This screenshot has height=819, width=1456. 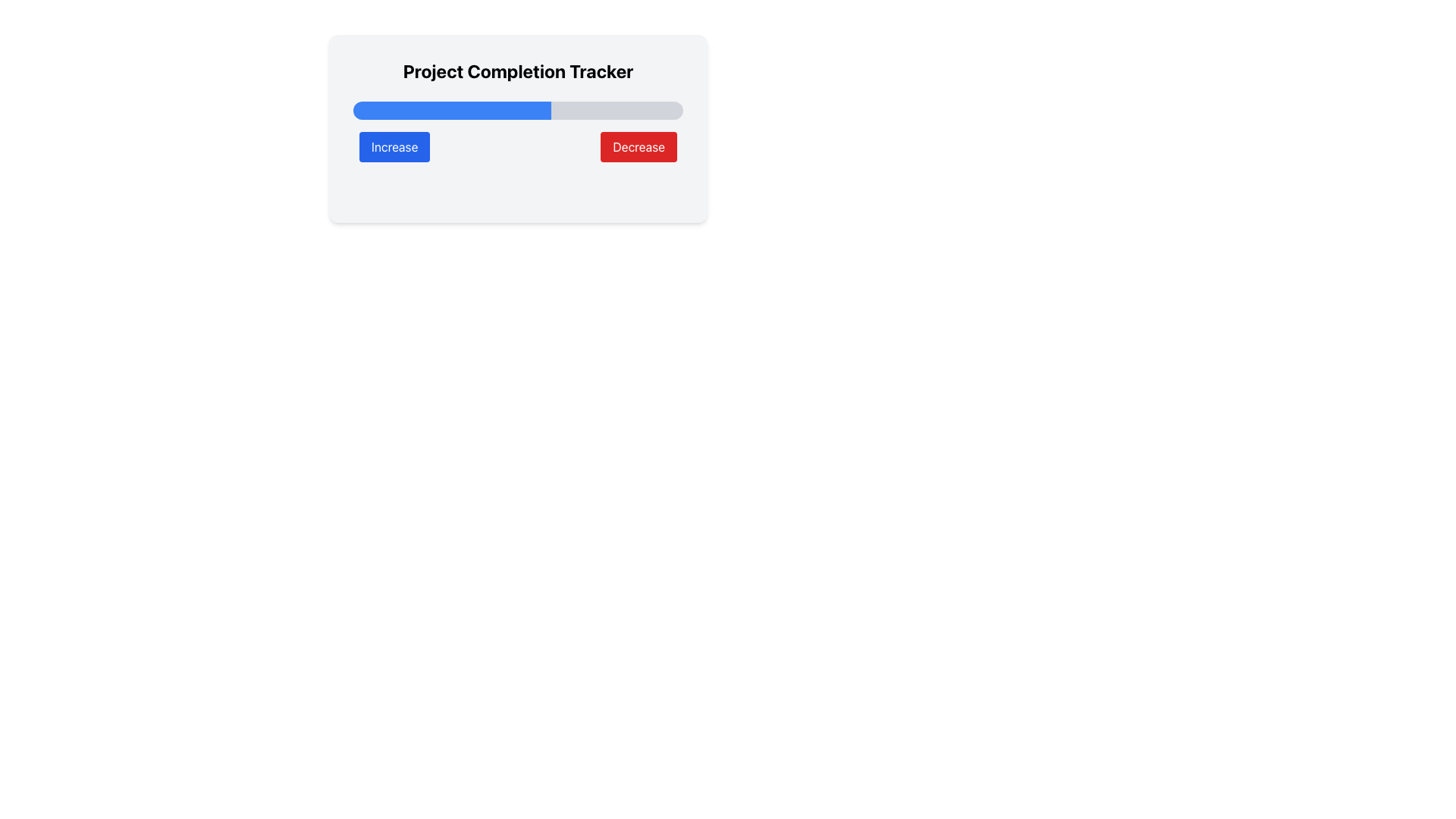 What do you see at coordinates (518, 71) in the screenshot?
I see `title text indicating the purpose of the interface for tracking project completion, which is positioned at the top of the card-like structure` at bounding box center [518, 71].